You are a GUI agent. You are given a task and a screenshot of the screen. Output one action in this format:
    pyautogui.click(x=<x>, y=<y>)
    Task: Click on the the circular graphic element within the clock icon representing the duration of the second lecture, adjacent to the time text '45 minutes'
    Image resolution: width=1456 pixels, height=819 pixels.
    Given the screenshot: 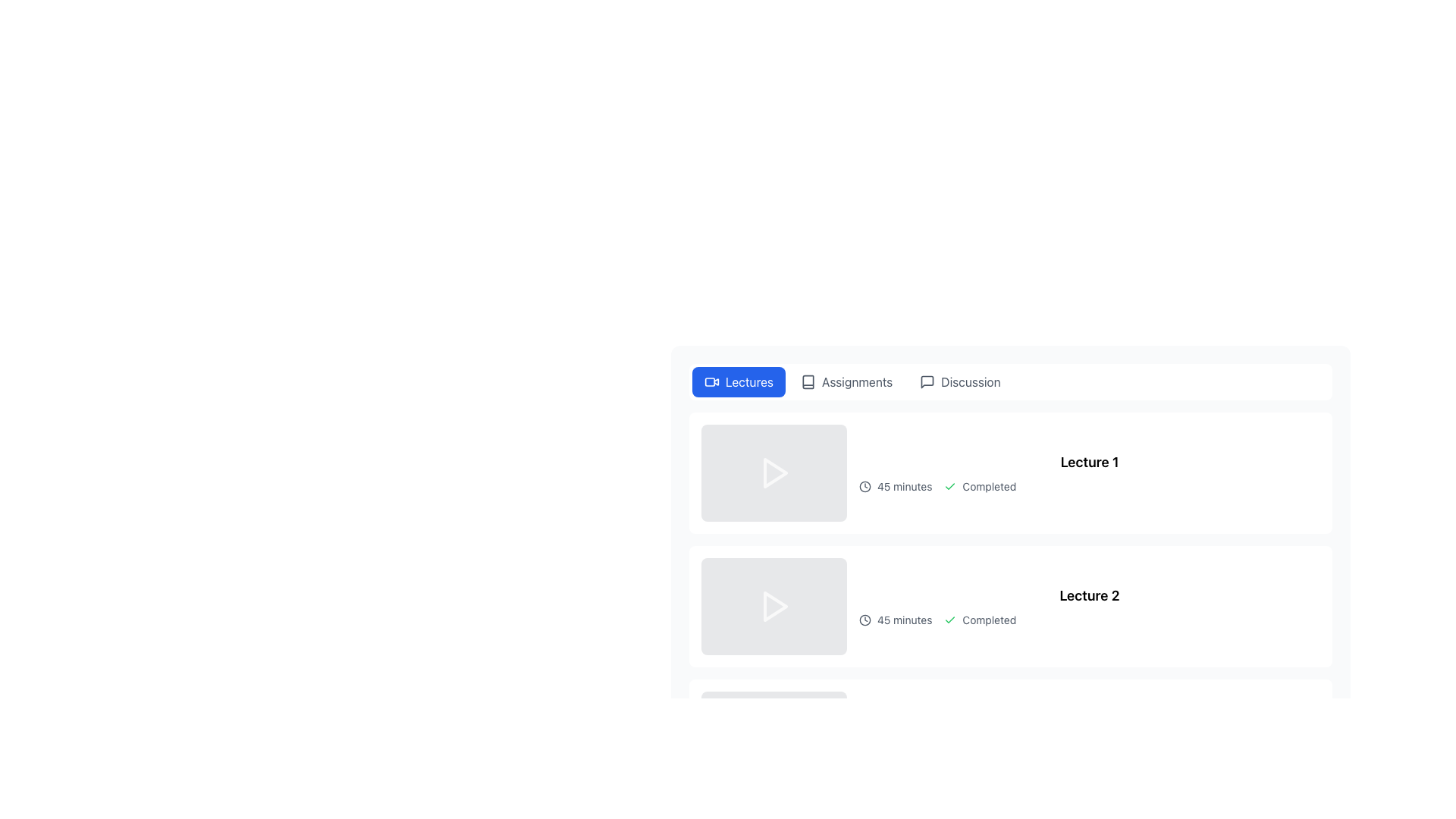 What is the action you would take?
    pyautogui.click(x=865, y=620)
    